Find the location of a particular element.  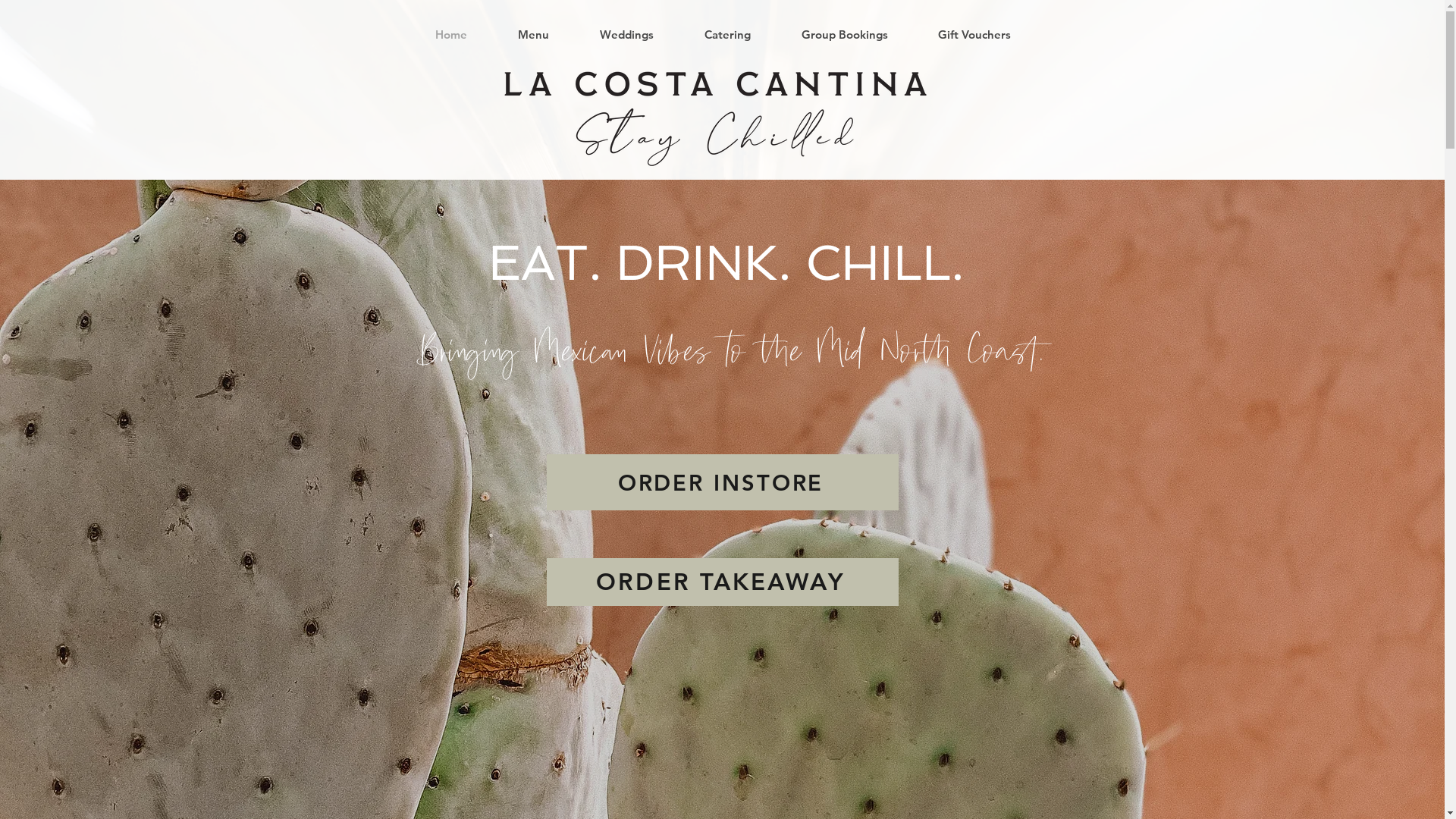

'Group Bookings' is located at coordinates (843, 34).